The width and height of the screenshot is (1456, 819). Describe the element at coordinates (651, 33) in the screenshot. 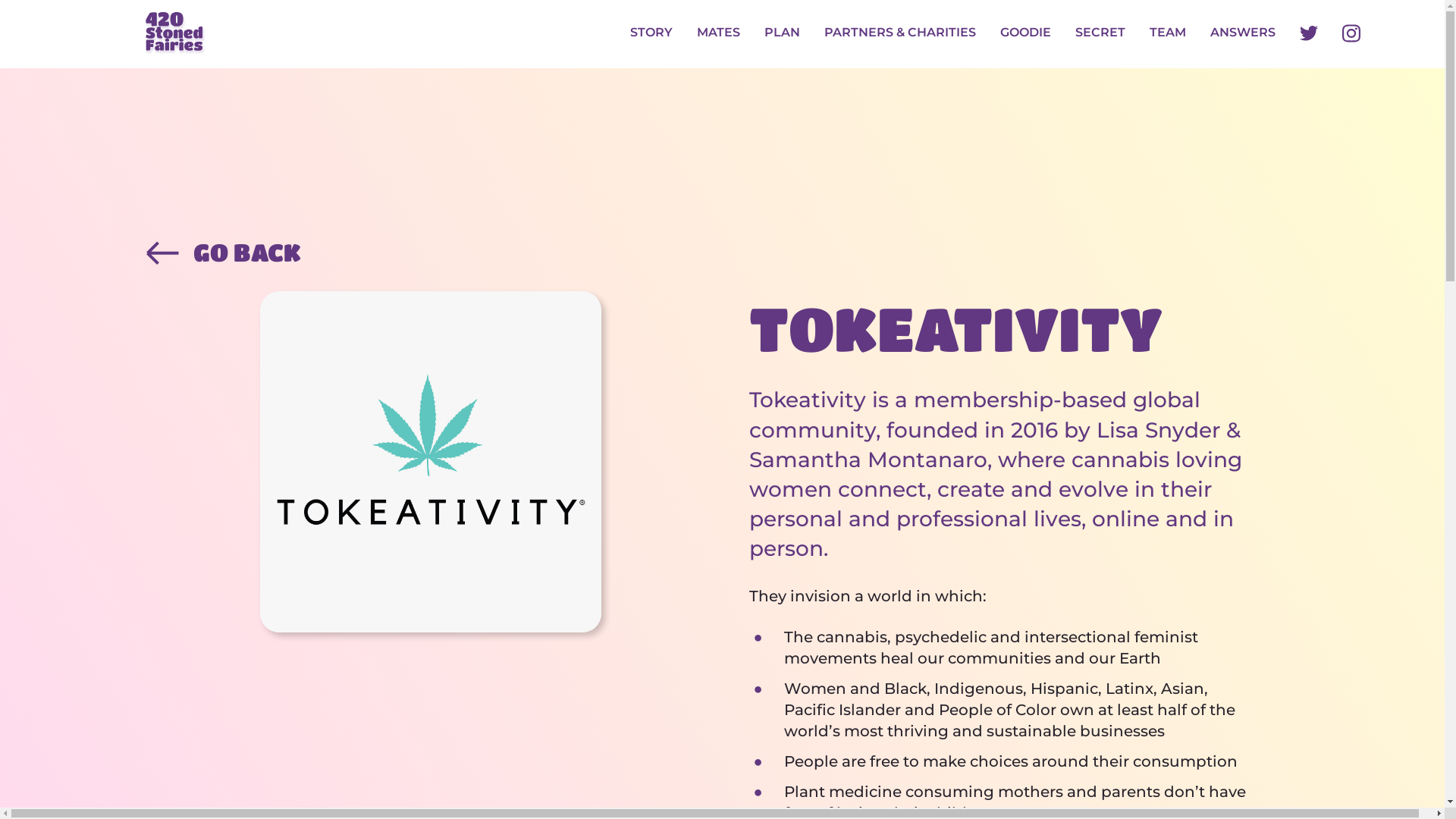

I see `'STORY'` at that location.